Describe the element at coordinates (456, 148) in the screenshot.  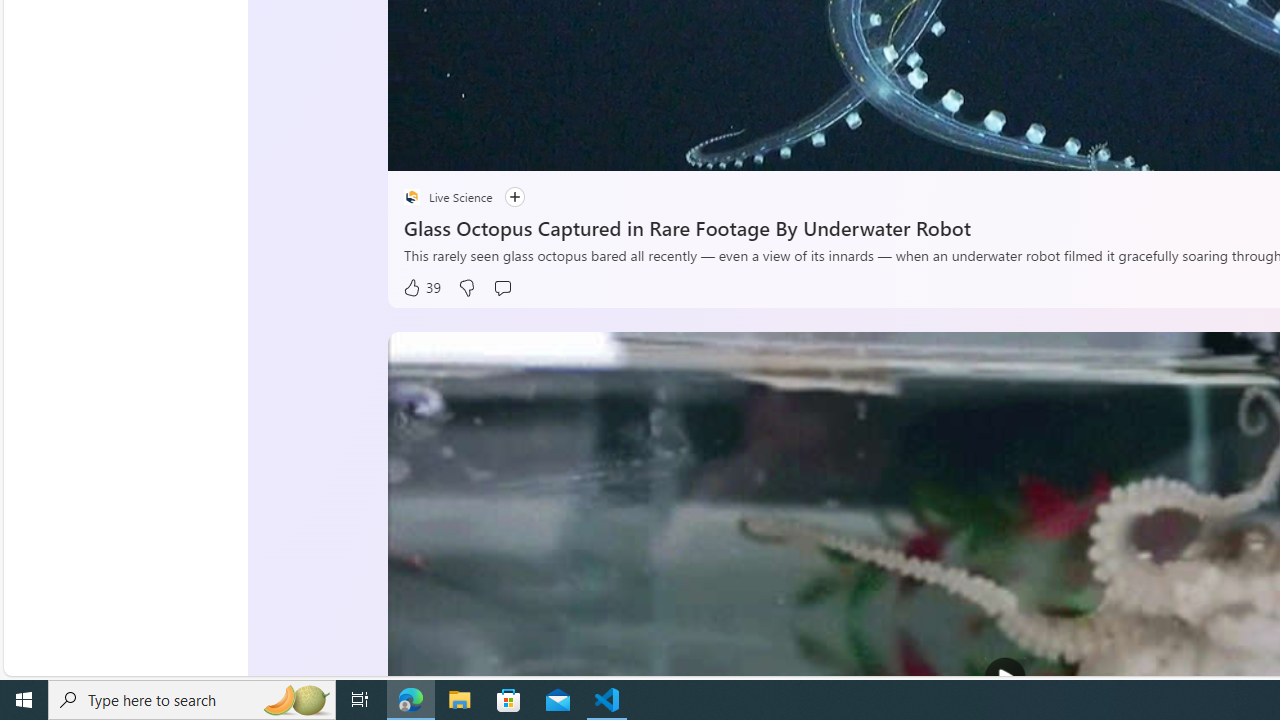
I see `'Seek Back'` at that location.